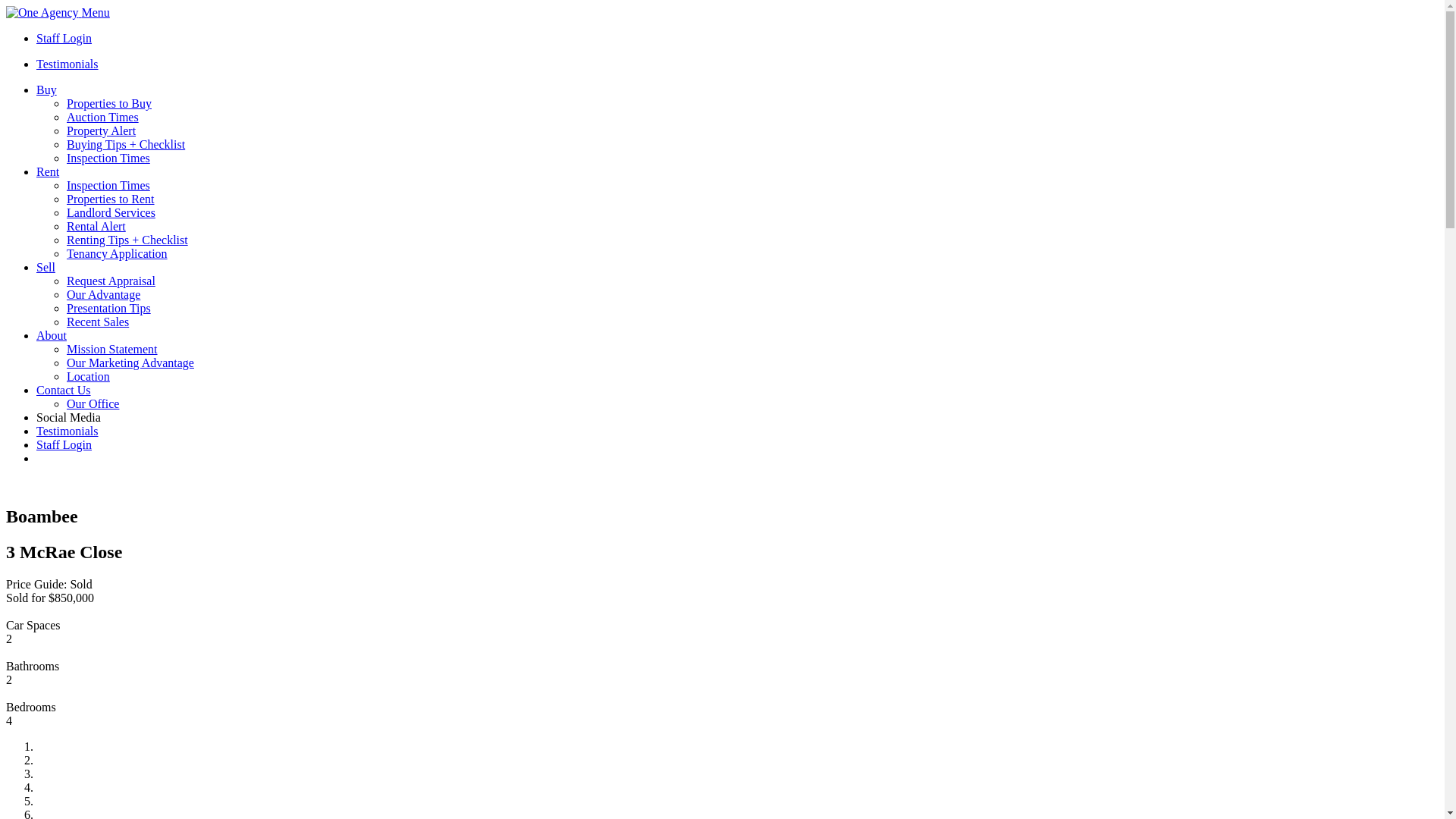 The image size is (1456, 819). I want to click on 'Presentation Tips', so click(65, 307).